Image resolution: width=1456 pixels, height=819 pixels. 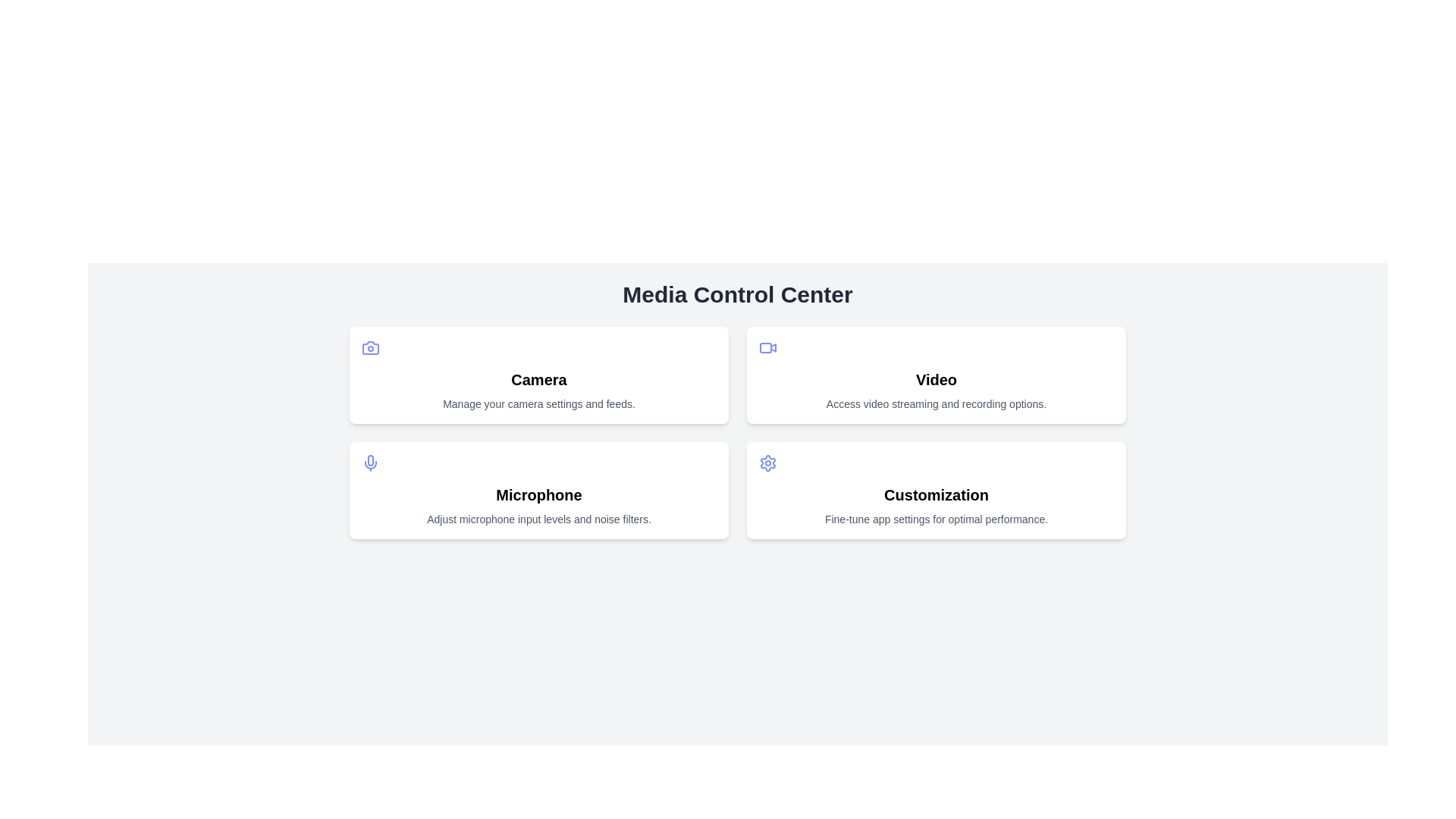 I want to click on the microphone icon located in the upper-left portion of the microphone card section, above the microphone label text, so click(x=371, y=462).